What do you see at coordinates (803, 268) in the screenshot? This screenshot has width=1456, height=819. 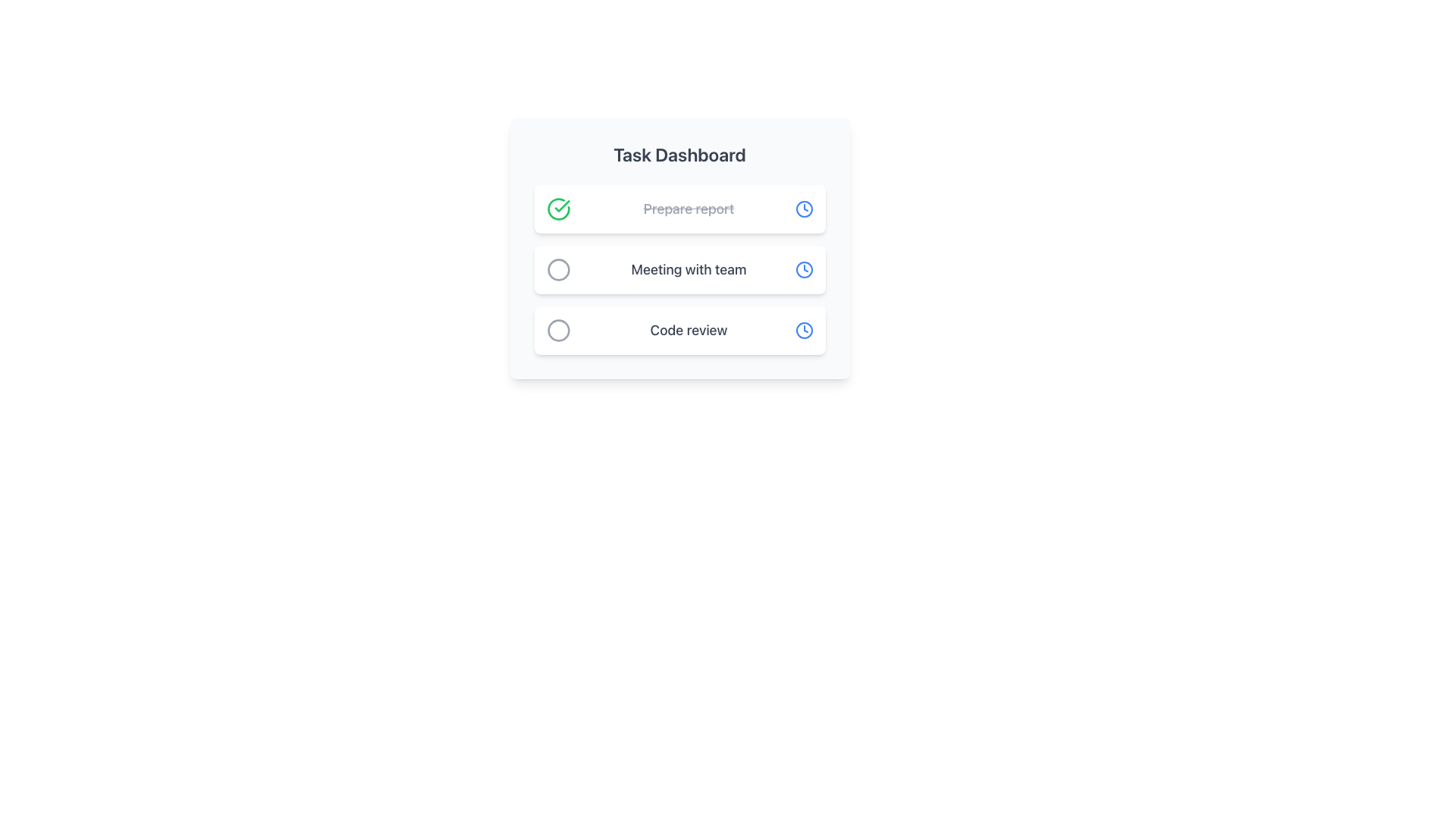 I see `the central circular component of the clock icon, which signifies a time-related action or status, located to the right of the 'Meeting with team' text` at bounding box center [803, 268].